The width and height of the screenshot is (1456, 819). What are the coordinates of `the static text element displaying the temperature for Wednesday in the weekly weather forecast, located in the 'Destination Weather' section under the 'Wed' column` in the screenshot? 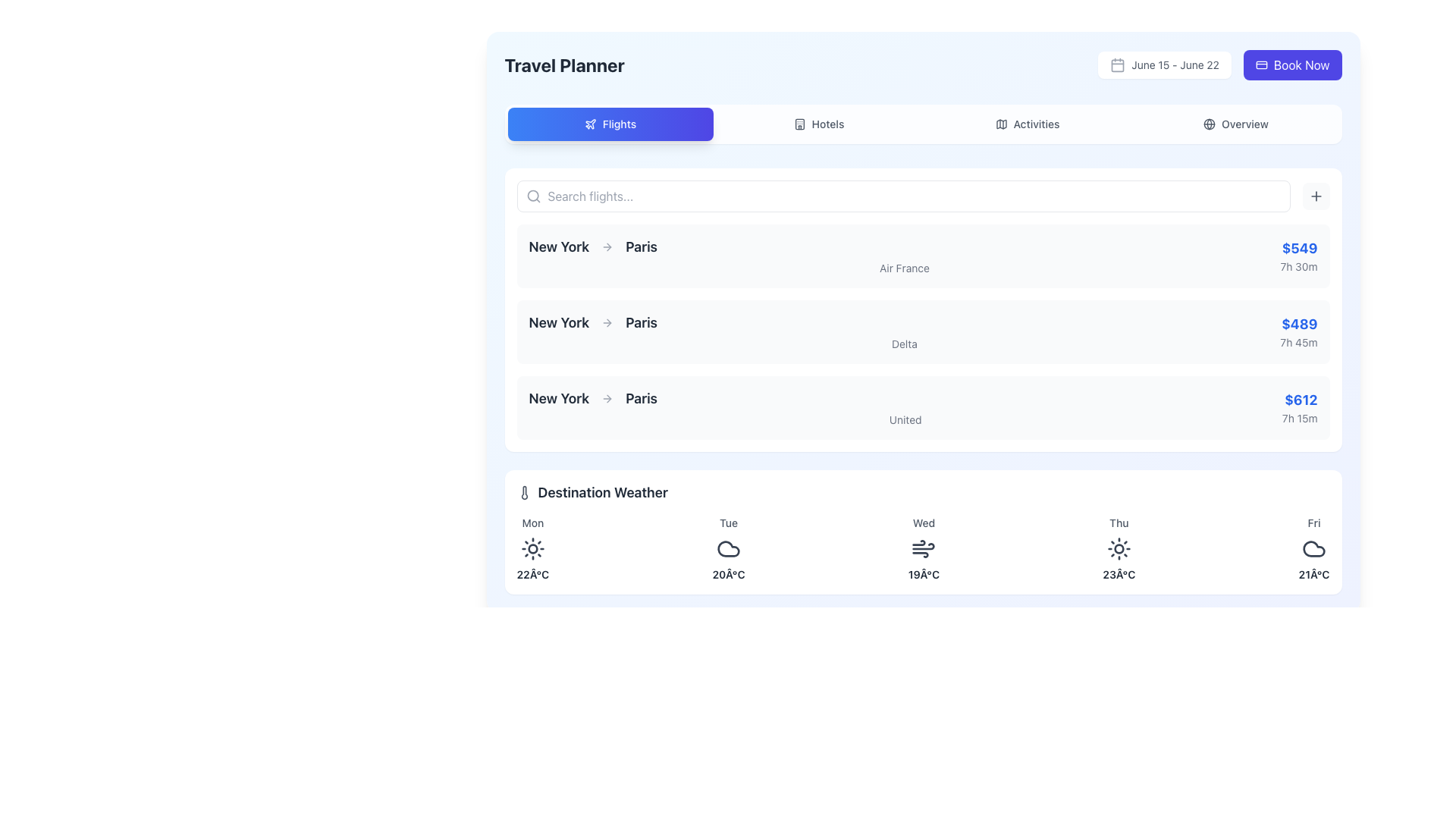 It's located at (923, 575).